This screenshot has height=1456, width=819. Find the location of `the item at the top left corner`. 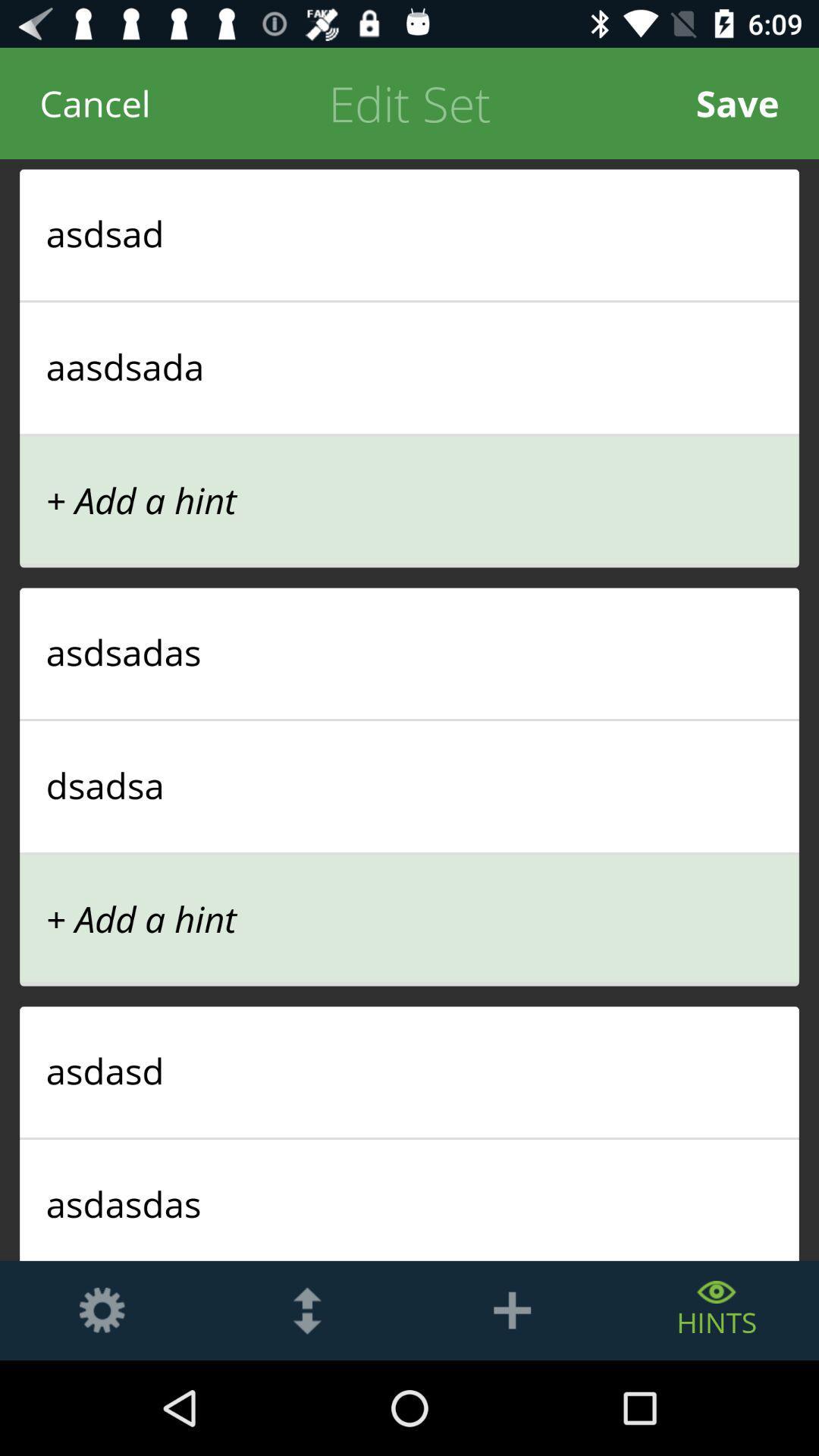

the item at the top left corner is located at coordinates (95, 102).